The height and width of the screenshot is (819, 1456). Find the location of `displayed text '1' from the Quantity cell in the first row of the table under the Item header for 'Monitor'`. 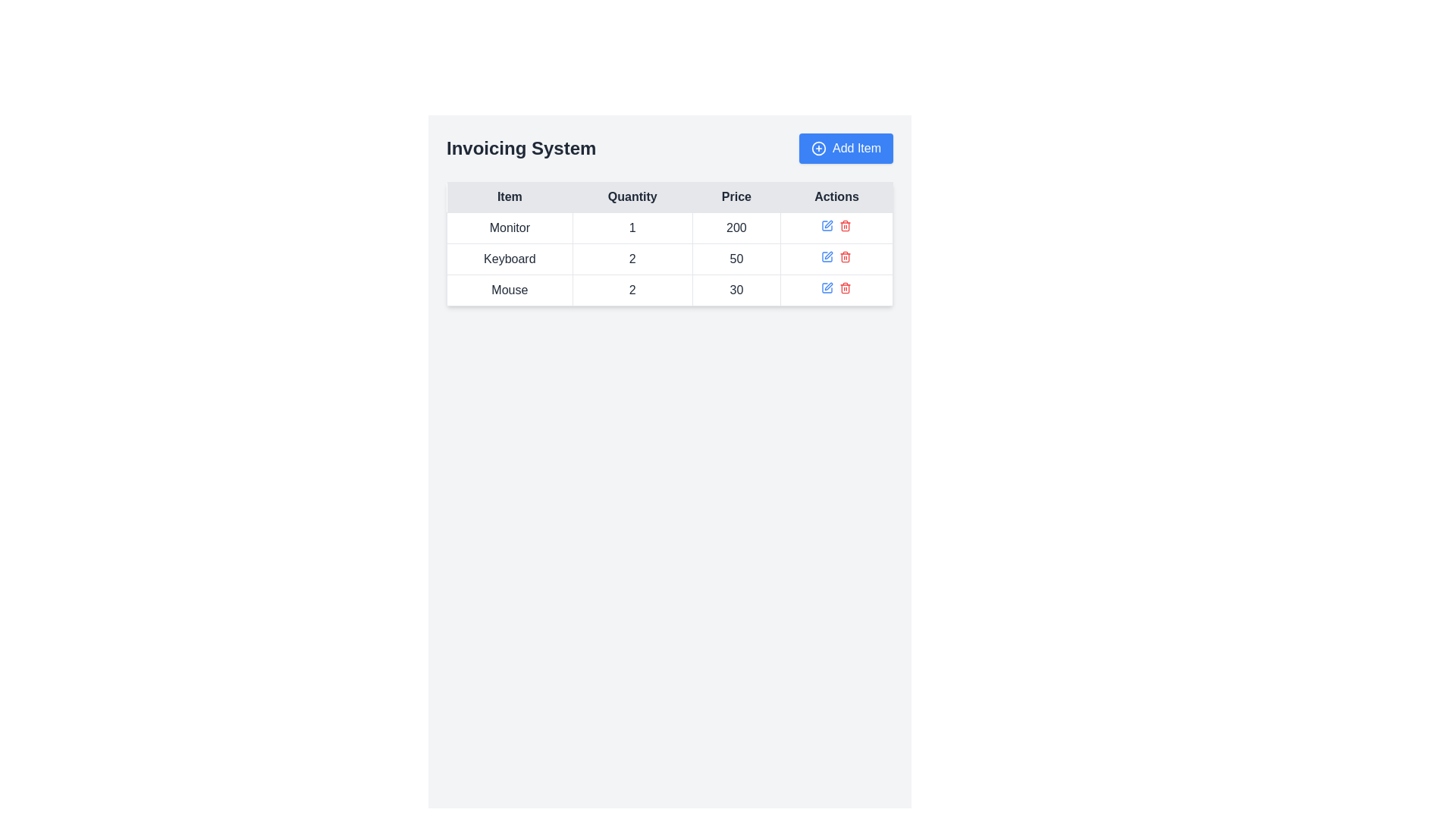

displayed text '1' from the Quantity cell in the first row of the table under the Item header for 'Monitor' is located at coordinates (632, 227).